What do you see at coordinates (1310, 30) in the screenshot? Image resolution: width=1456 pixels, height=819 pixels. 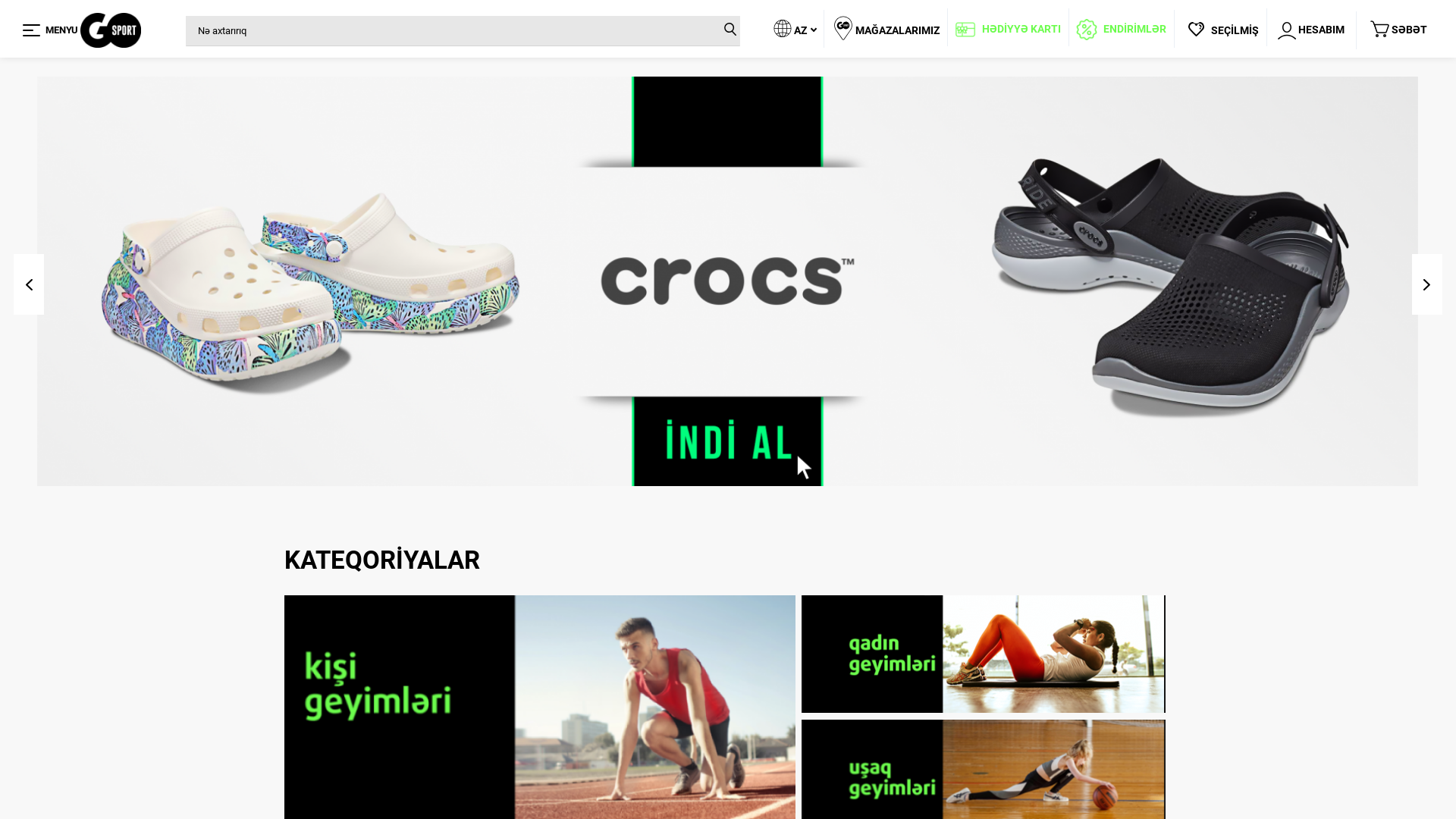 I see `'HESABIM'` at bounding box center [1310, 30].